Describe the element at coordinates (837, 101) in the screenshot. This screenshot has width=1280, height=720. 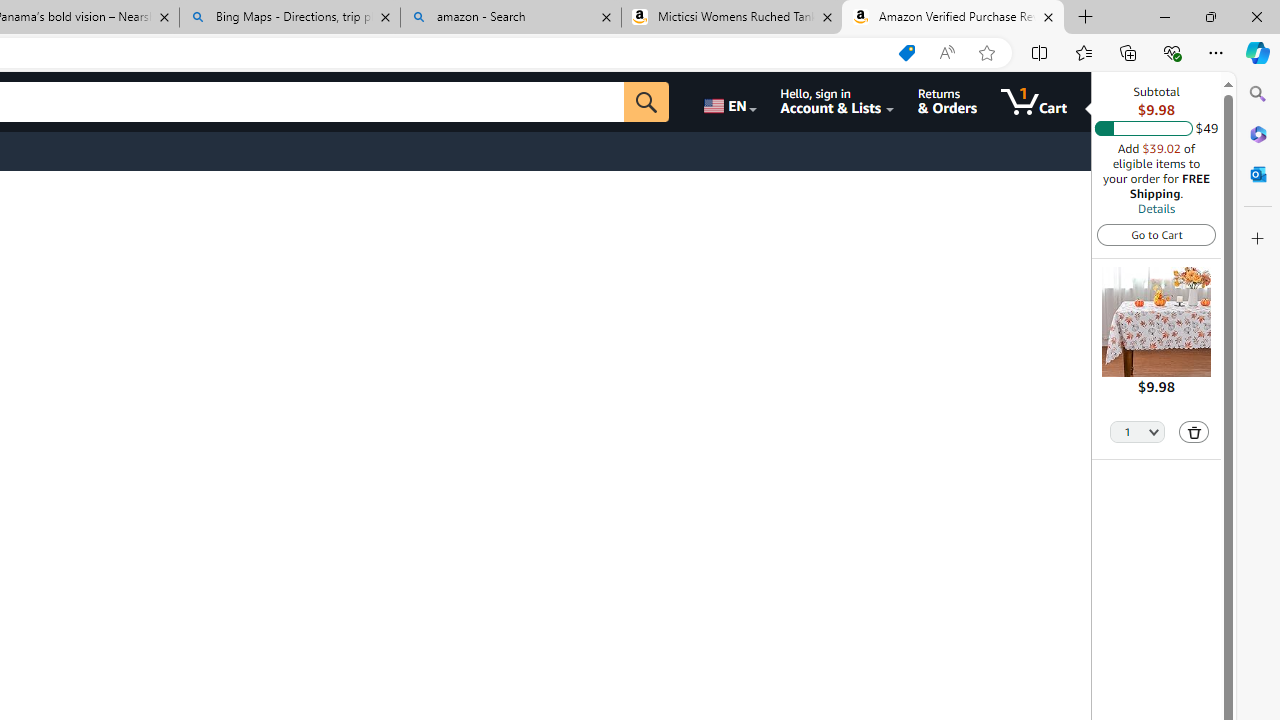
I see `'Hello, sign in Account & Lists'` at that location.